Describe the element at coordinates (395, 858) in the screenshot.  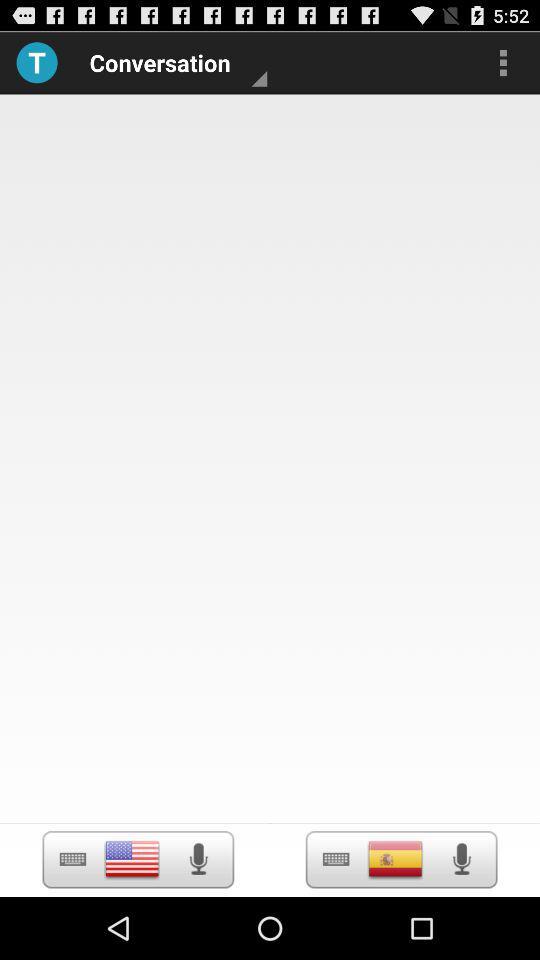
I see `country selection` at that location.